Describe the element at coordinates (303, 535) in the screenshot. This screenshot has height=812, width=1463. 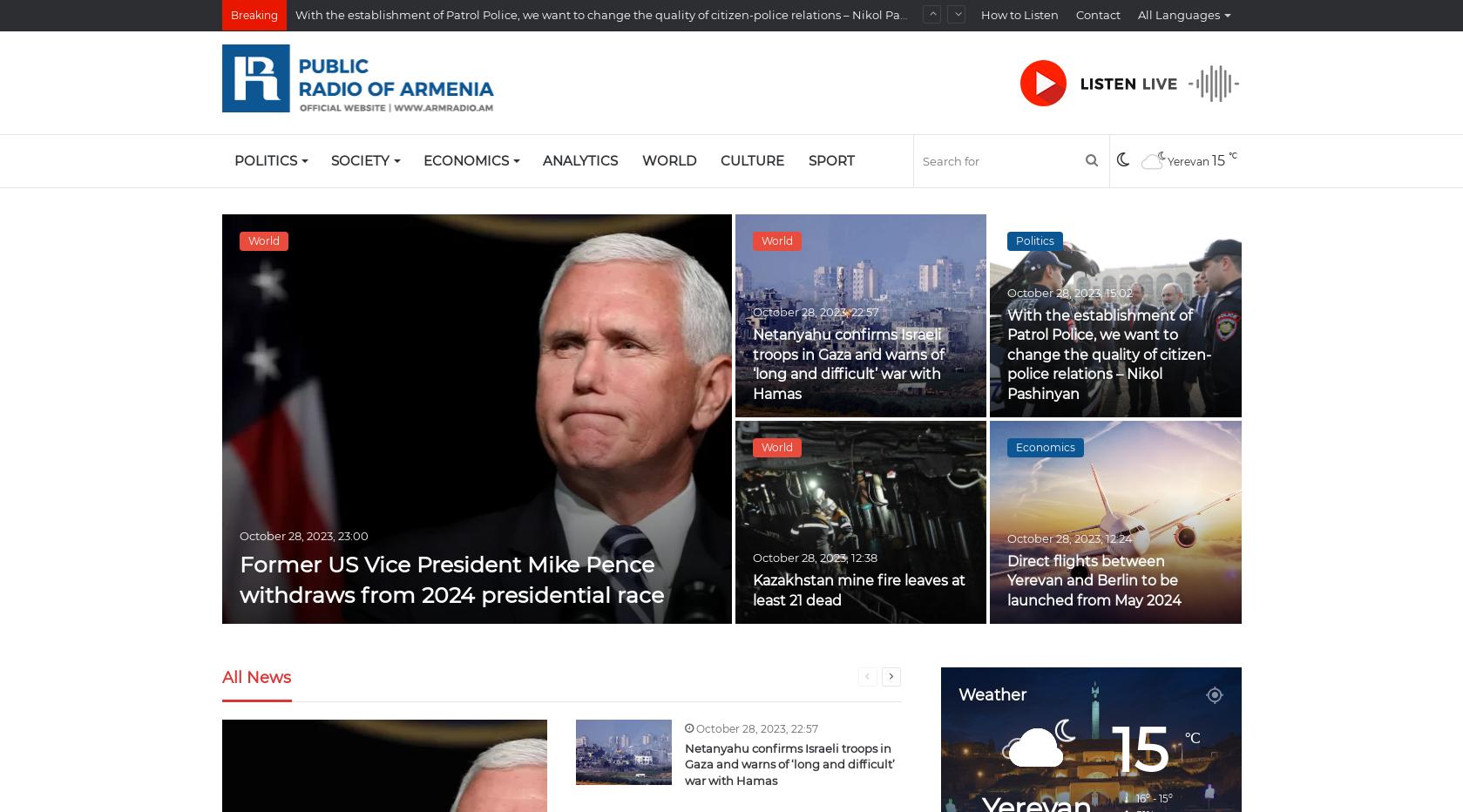
I see `'October 28, 2023, 23:00'` at that location.